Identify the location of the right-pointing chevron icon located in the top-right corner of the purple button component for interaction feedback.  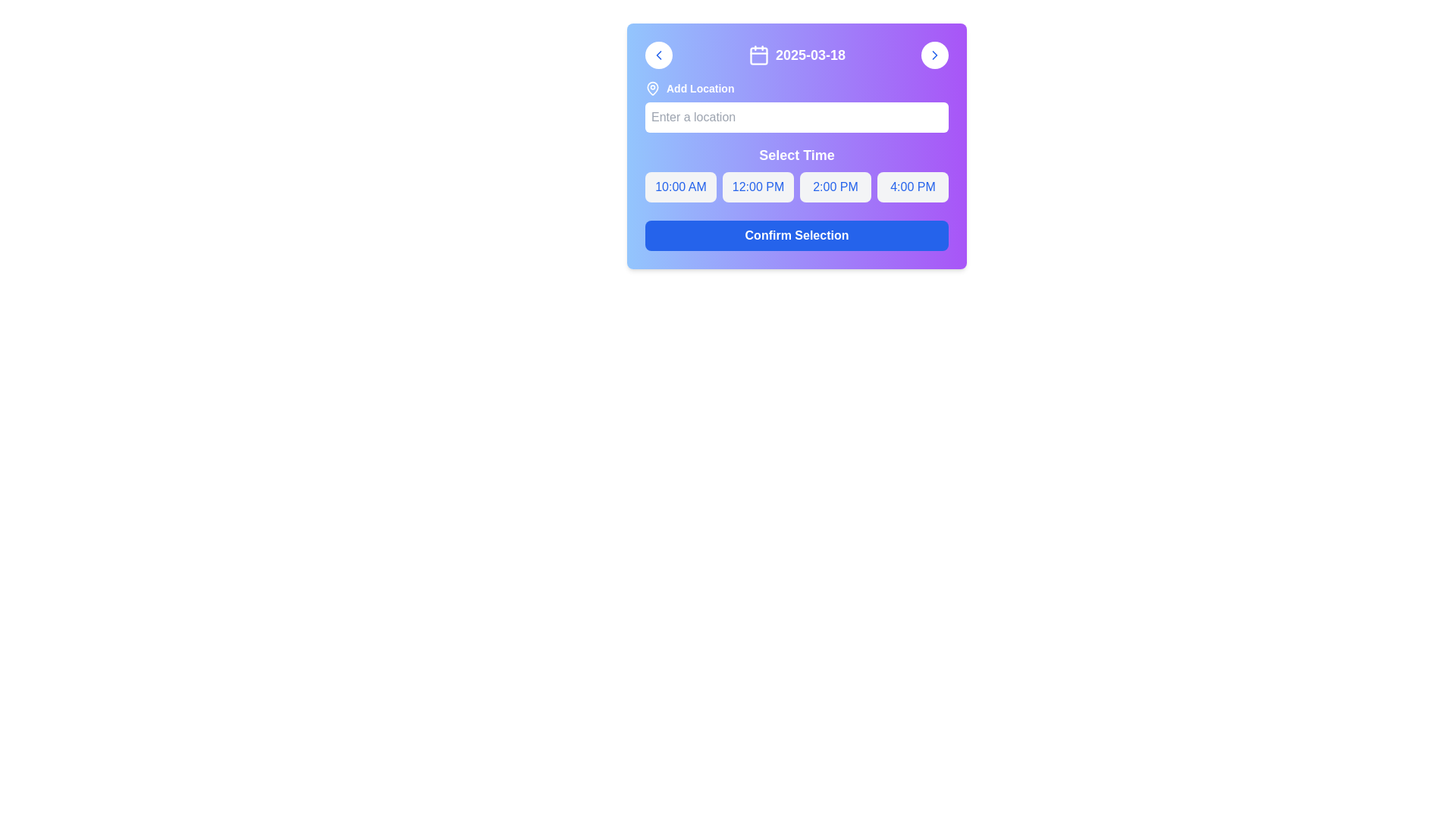
(934, 55).